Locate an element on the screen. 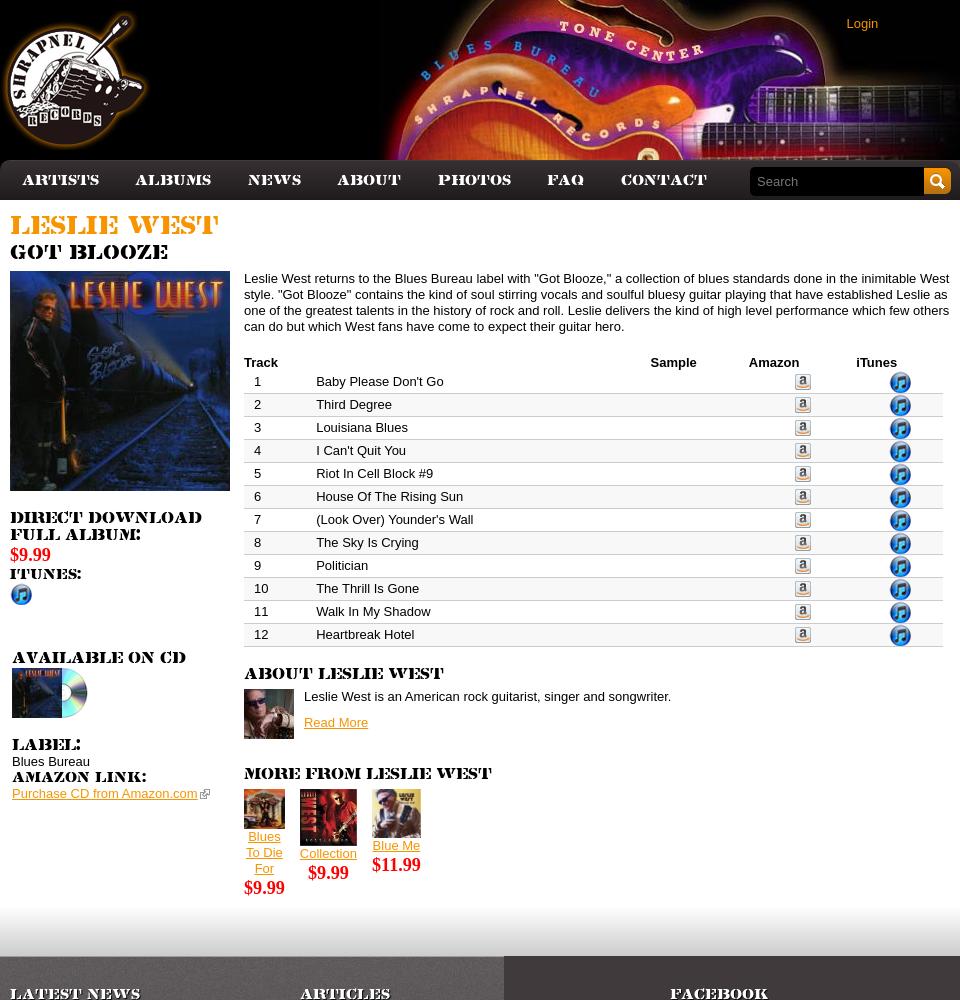  '7' is located at coordinates (255, 518).